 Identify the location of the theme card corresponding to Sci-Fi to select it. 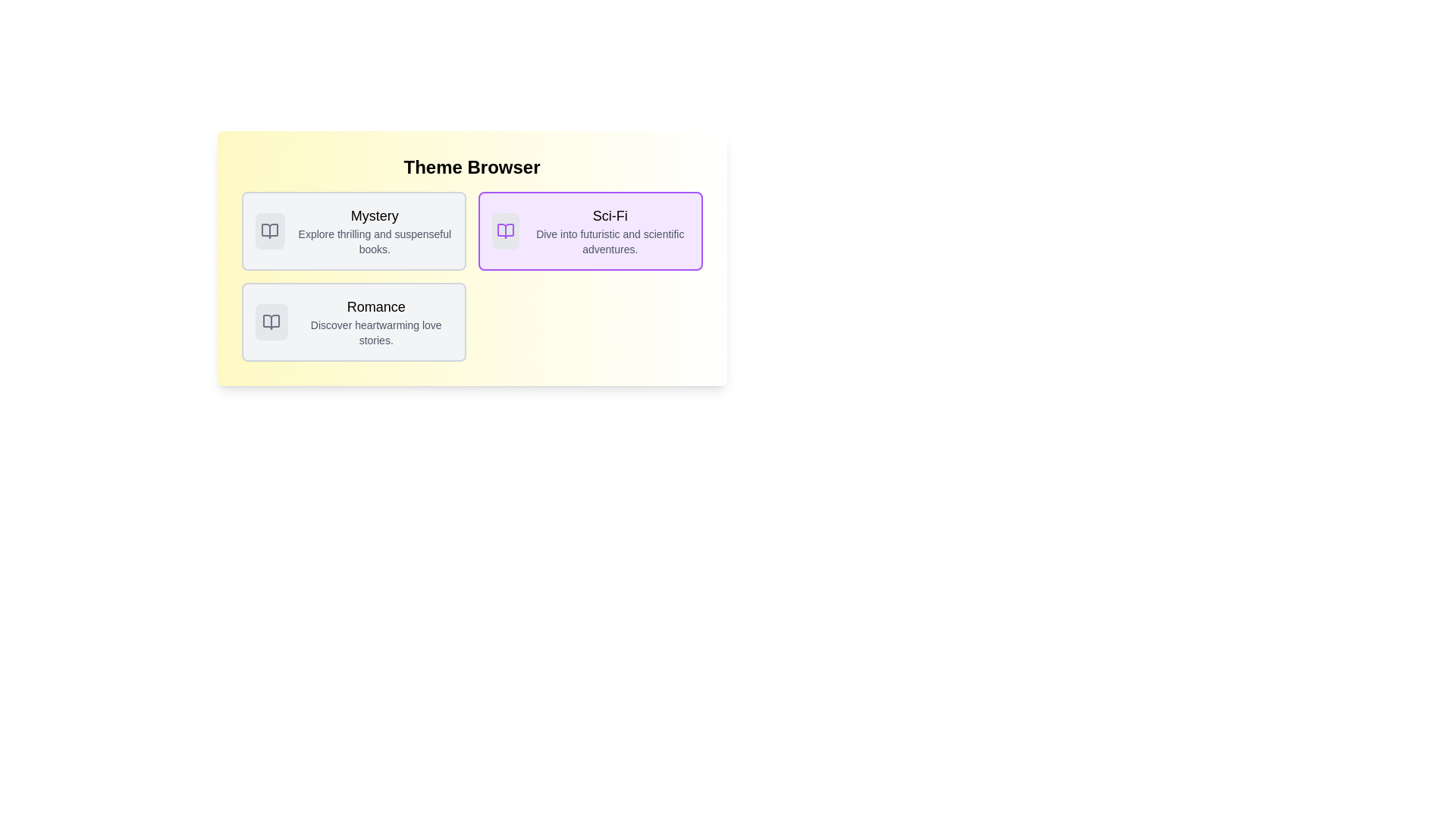
(589, 231).